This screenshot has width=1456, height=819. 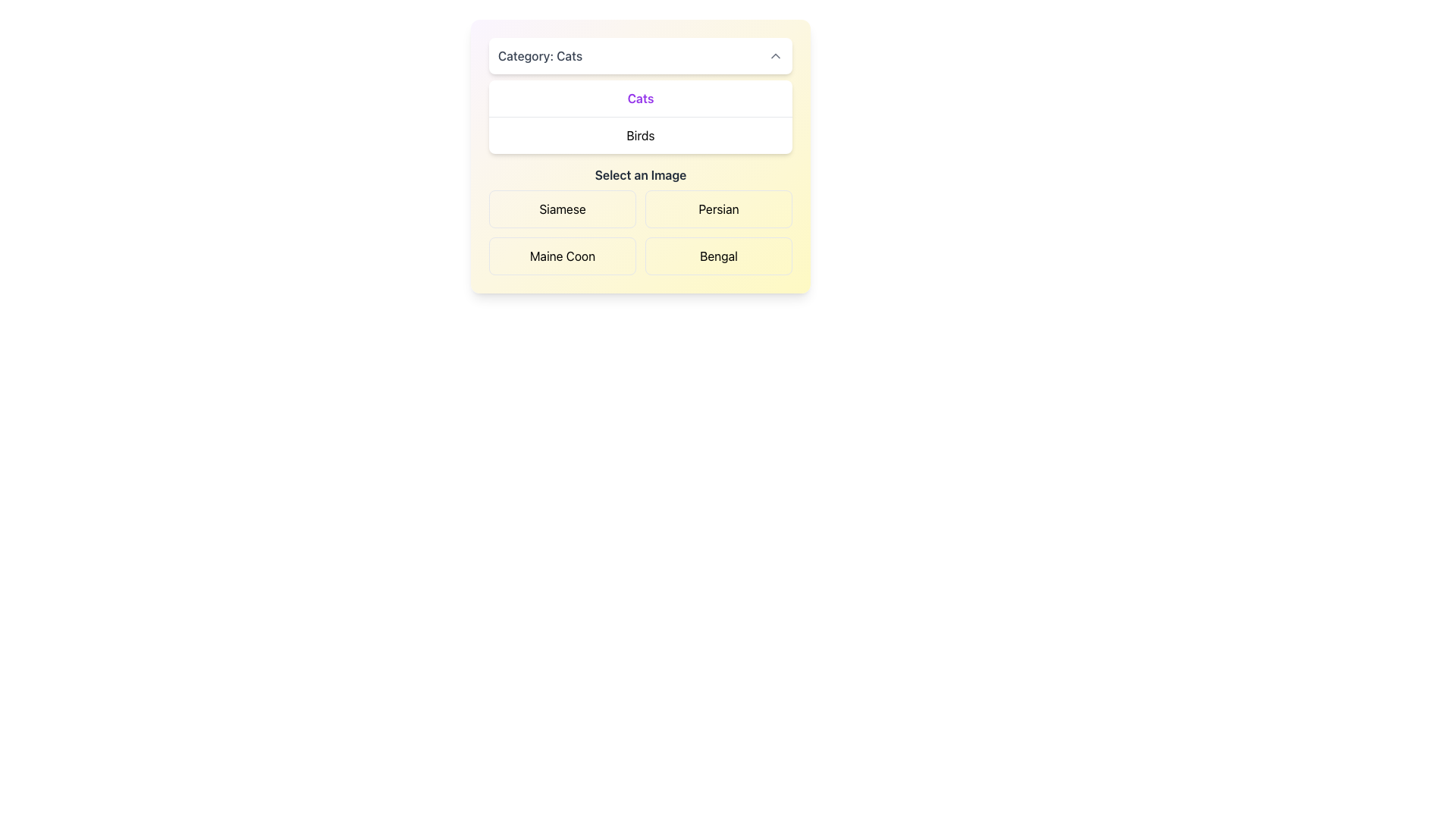 What do you see at coordinates (640, 99) in the screenshot?
I see `the 'Cats' category label in the selection menu` at bounding box center [640, 99].